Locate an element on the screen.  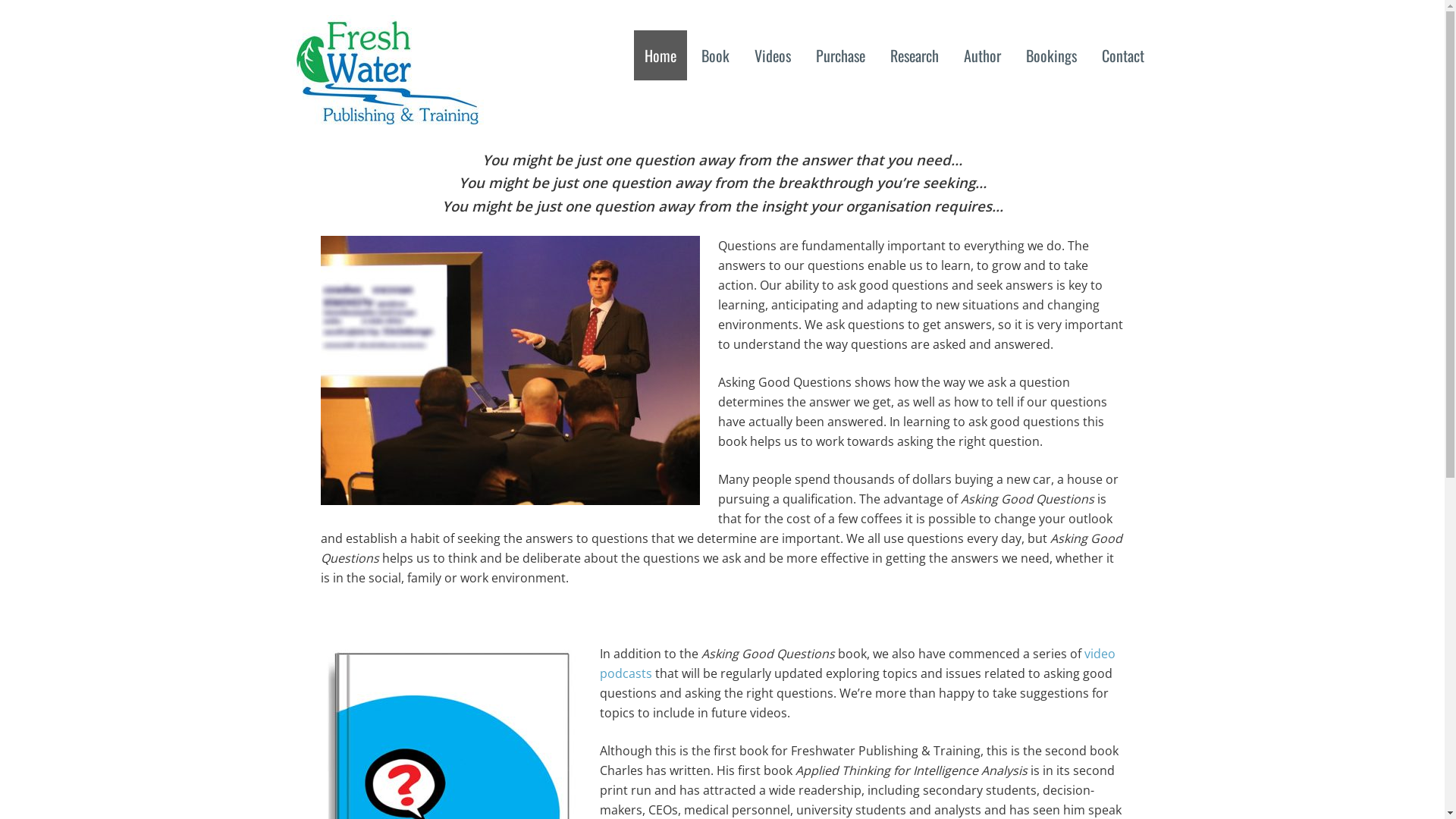
'Author' is located at coordinates (981, 55).